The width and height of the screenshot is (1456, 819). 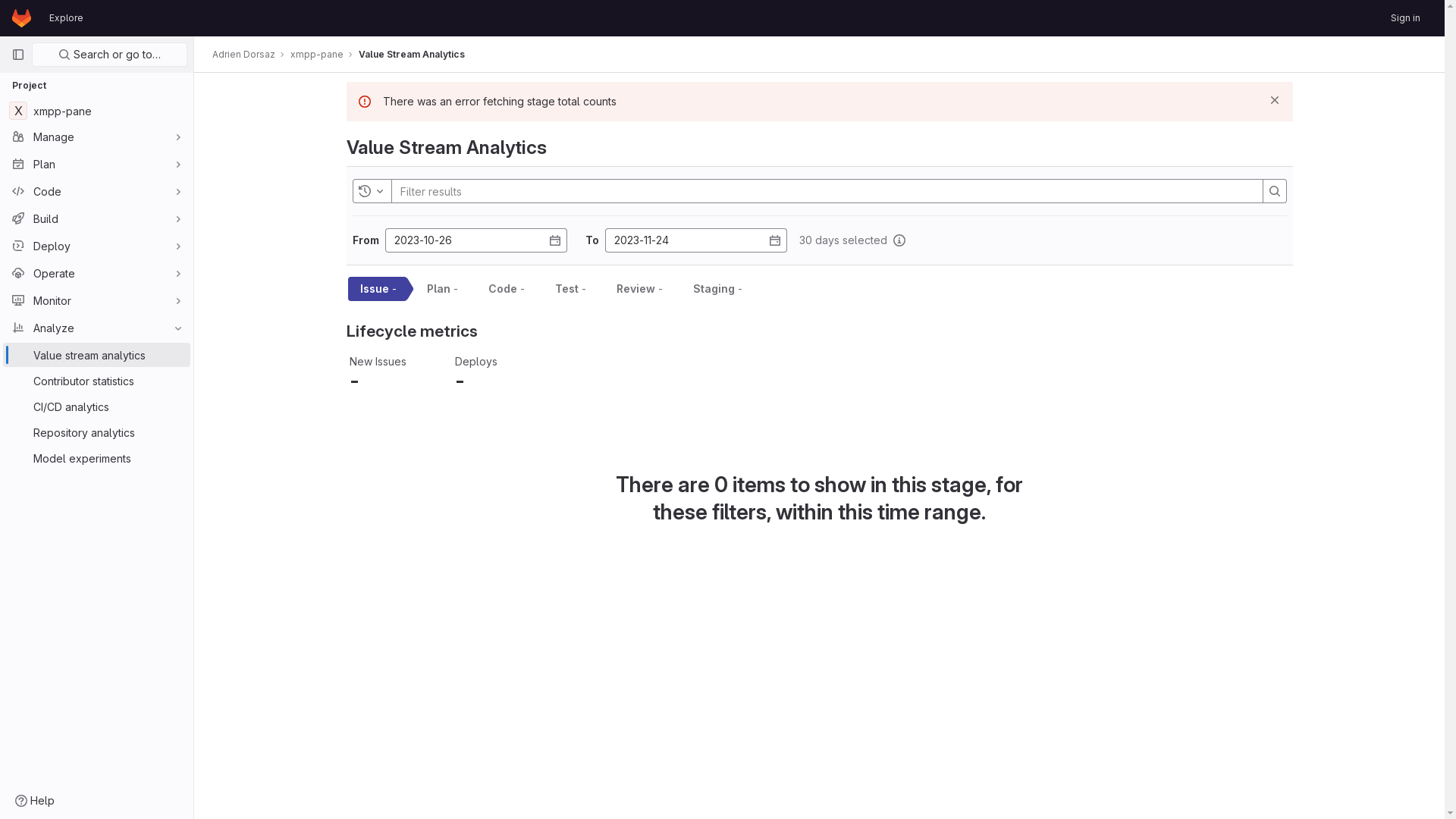 I want to click on 'Code, so click(x=504, y=289).